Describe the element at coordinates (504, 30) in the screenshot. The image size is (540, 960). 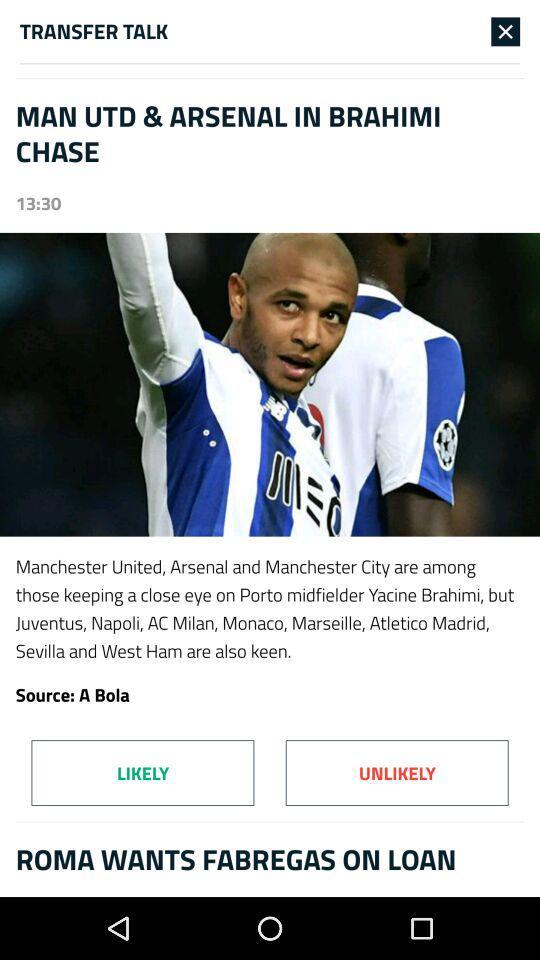
I see `item to the right of the transfer talk item` at that location.